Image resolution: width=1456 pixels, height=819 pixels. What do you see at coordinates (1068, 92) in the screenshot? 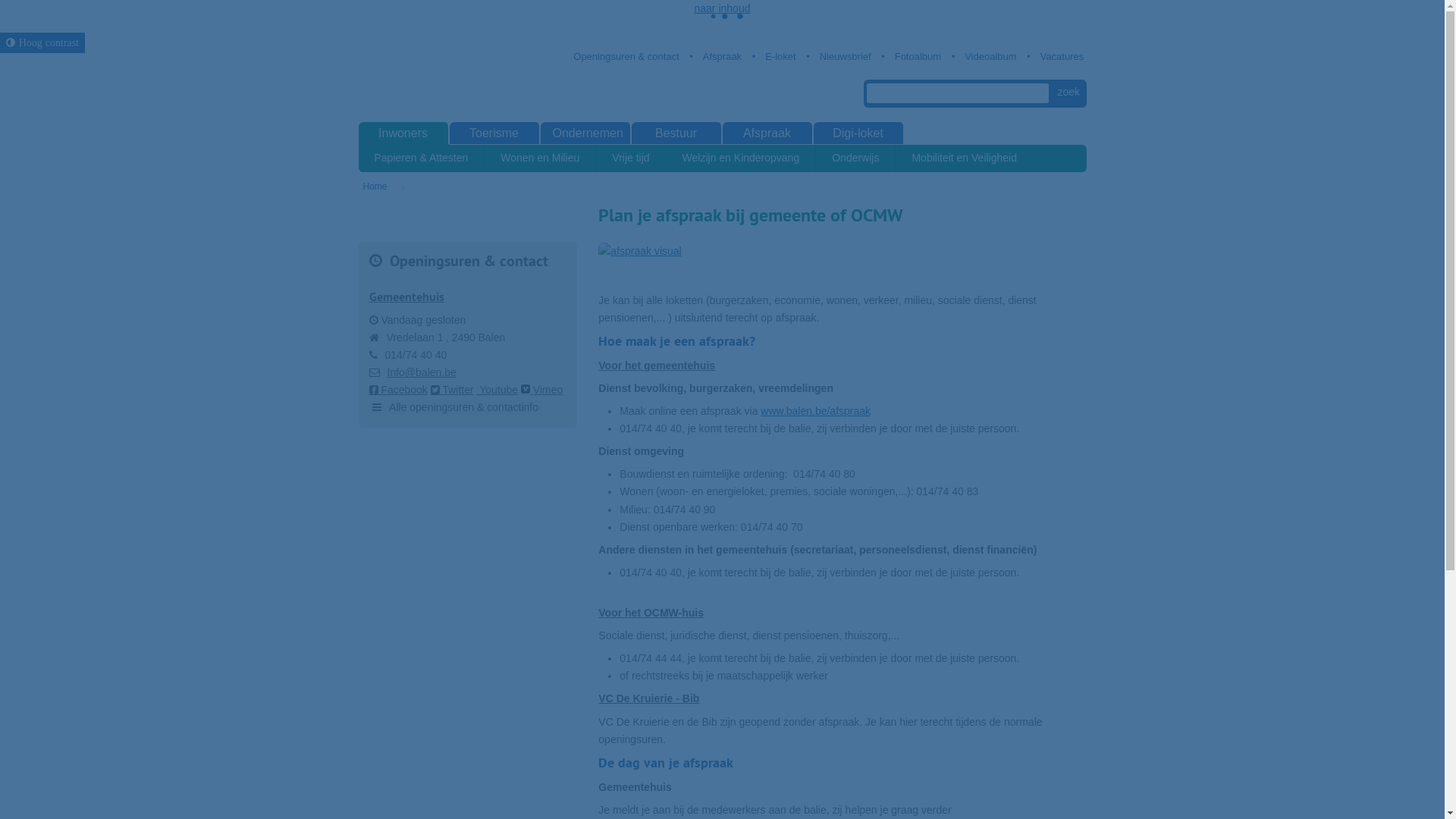
I see `'zoek'` at bounding box center [1068, 92].